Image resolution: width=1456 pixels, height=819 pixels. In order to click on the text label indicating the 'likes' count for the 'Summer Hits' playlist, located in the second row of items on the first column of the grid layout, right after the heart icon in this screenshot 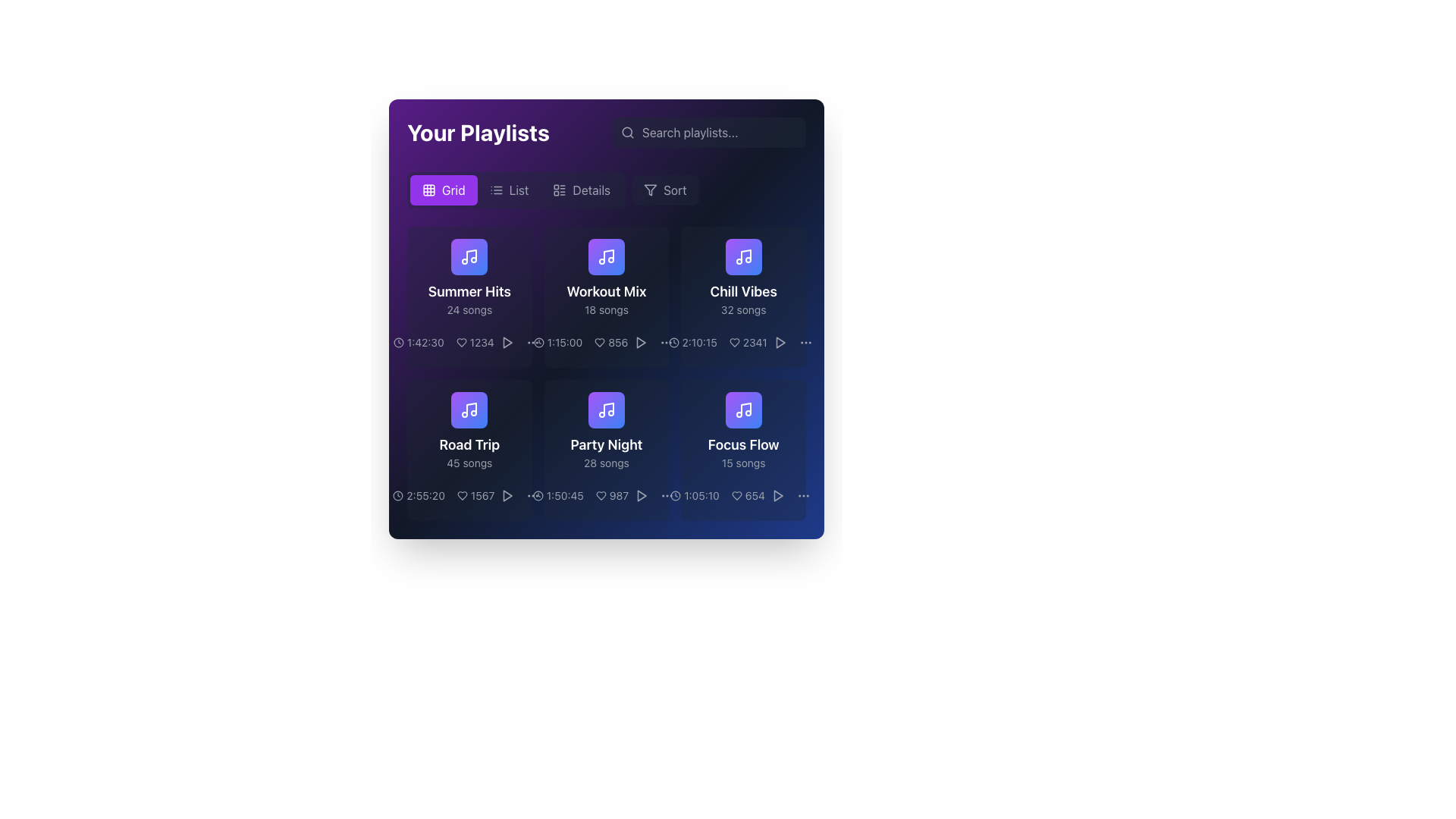, I will do `click(474, 342)`.